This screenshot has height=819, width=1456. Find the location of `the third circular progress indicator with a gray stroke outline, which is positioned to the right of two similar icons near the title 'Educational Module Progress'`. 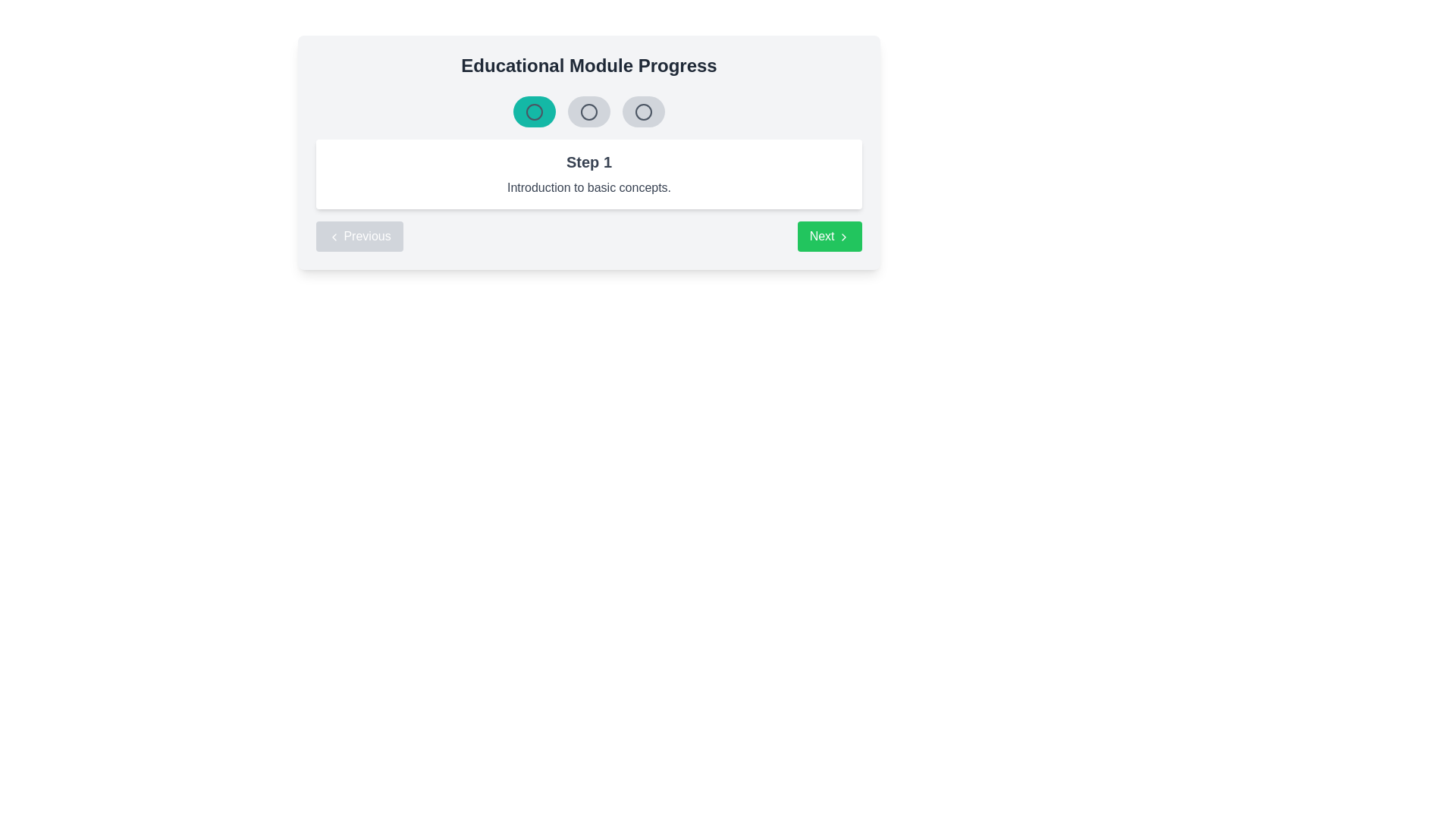

the third circular progress indicator with a gray stroke outline, which is positioned to the right of two similar icons near the title 'Educational Module Progress' is located at coordinates (644, 110).